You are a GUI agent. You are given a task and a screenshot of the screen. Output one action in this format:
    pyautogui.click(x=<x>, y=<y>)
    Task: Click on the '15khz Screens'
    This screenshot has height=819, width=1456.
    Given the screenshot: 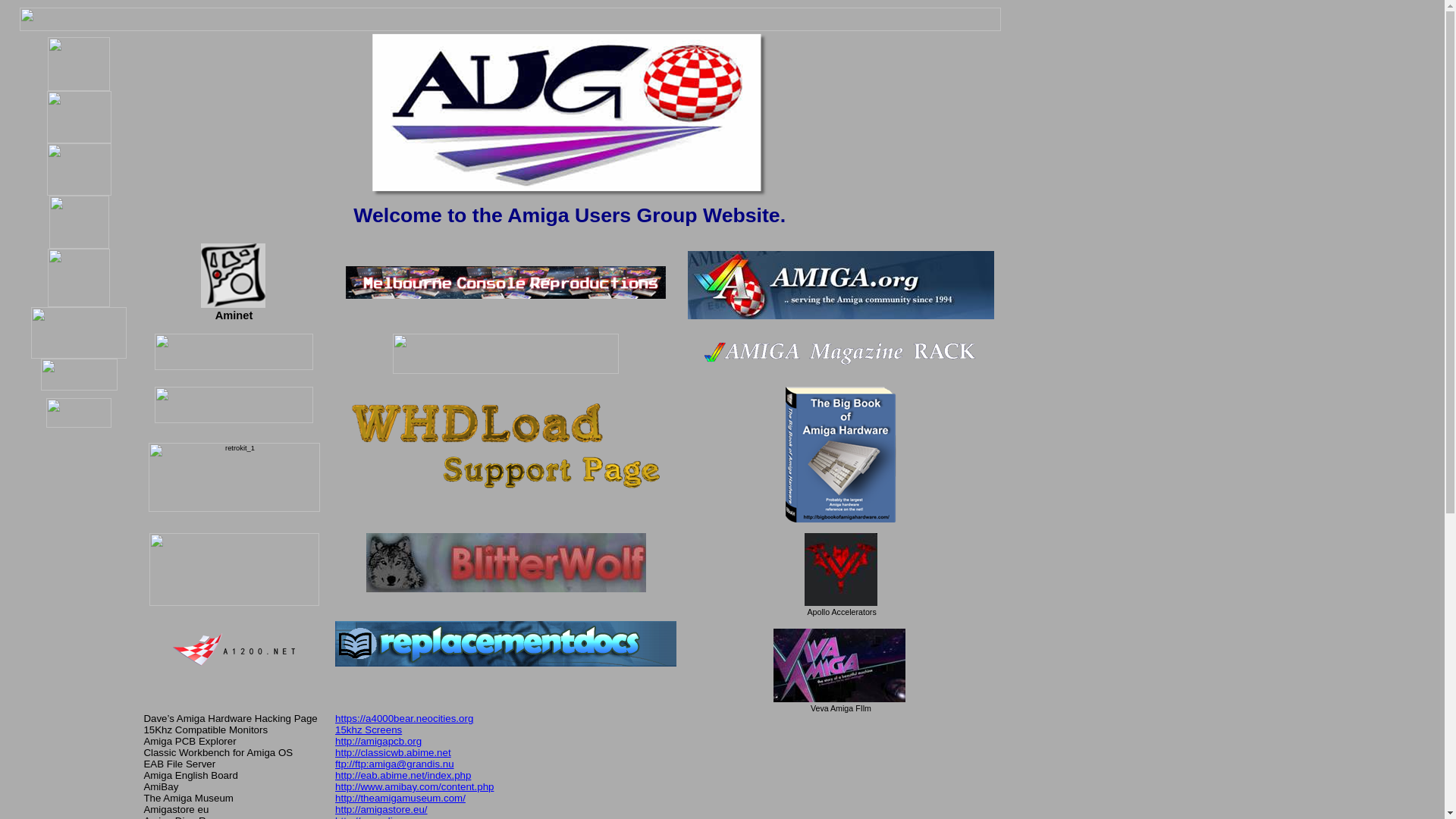 What is the action you would take?
    pyautogui.click(x=368, y=729)
    